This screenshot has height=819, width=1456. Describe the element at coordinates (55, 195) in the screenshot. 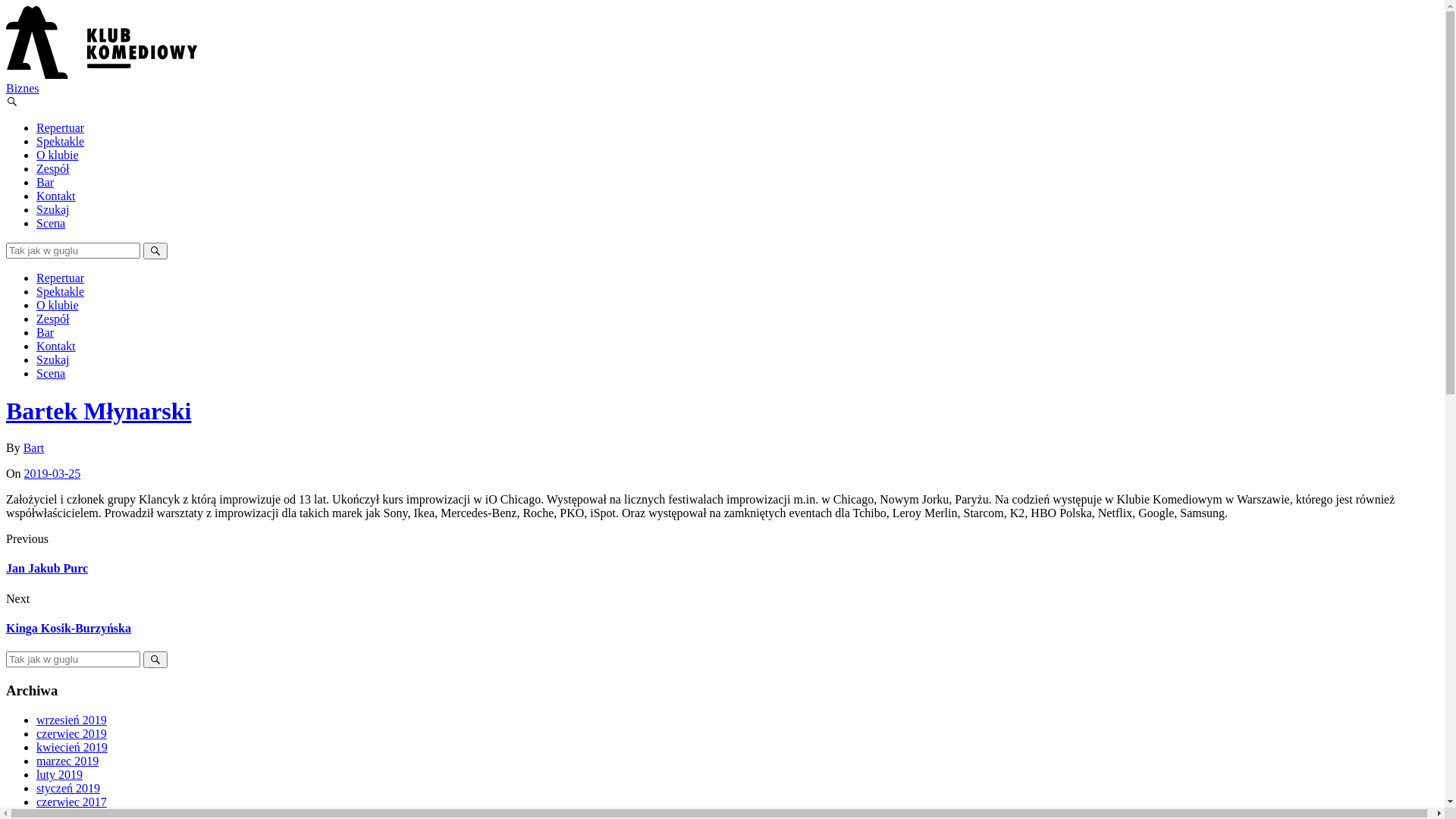

I see `'Kontakt'` at that location.